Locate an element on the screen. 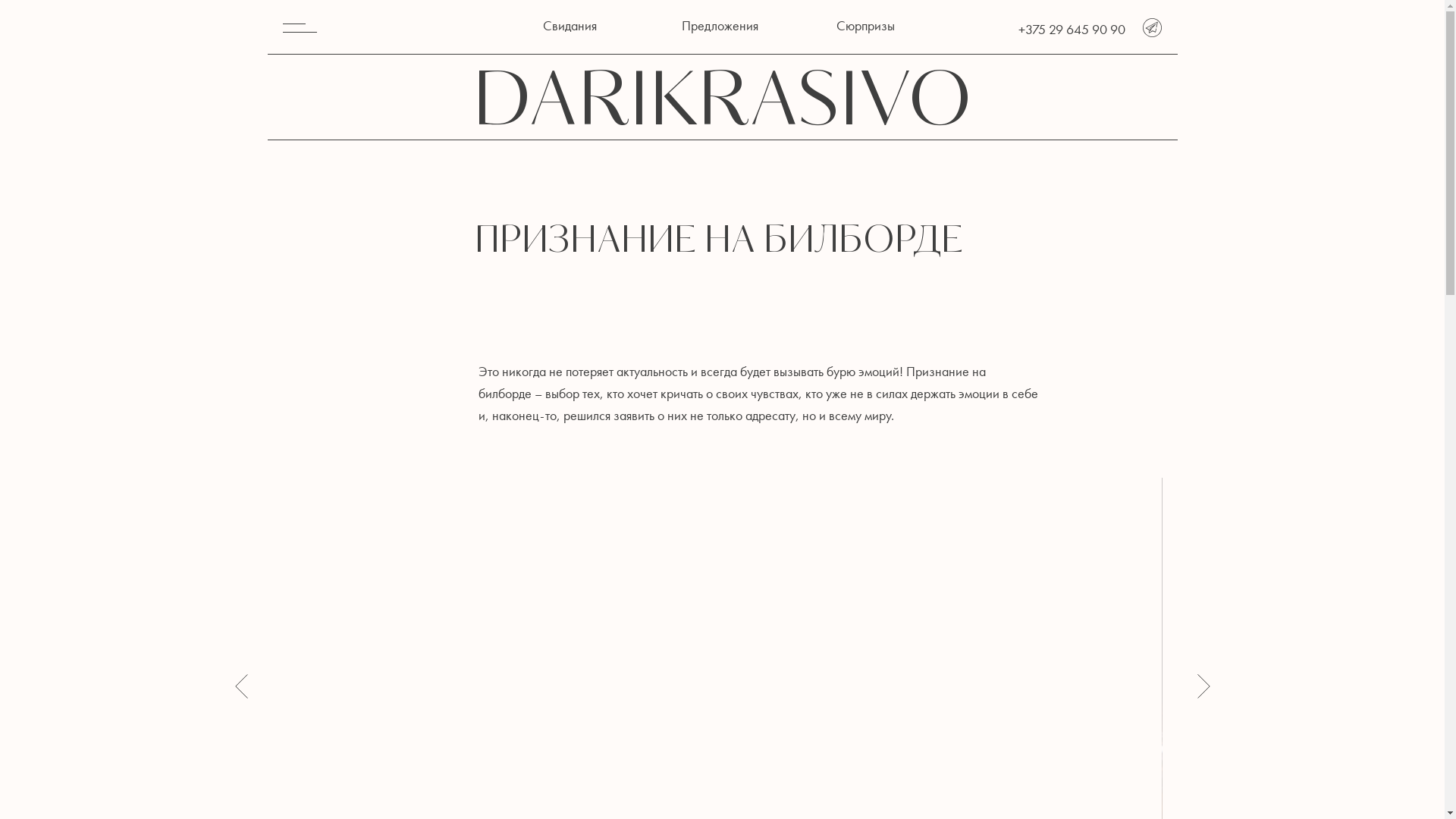  '+375 29 645 90 90' is located at coordinates (1070, 29).